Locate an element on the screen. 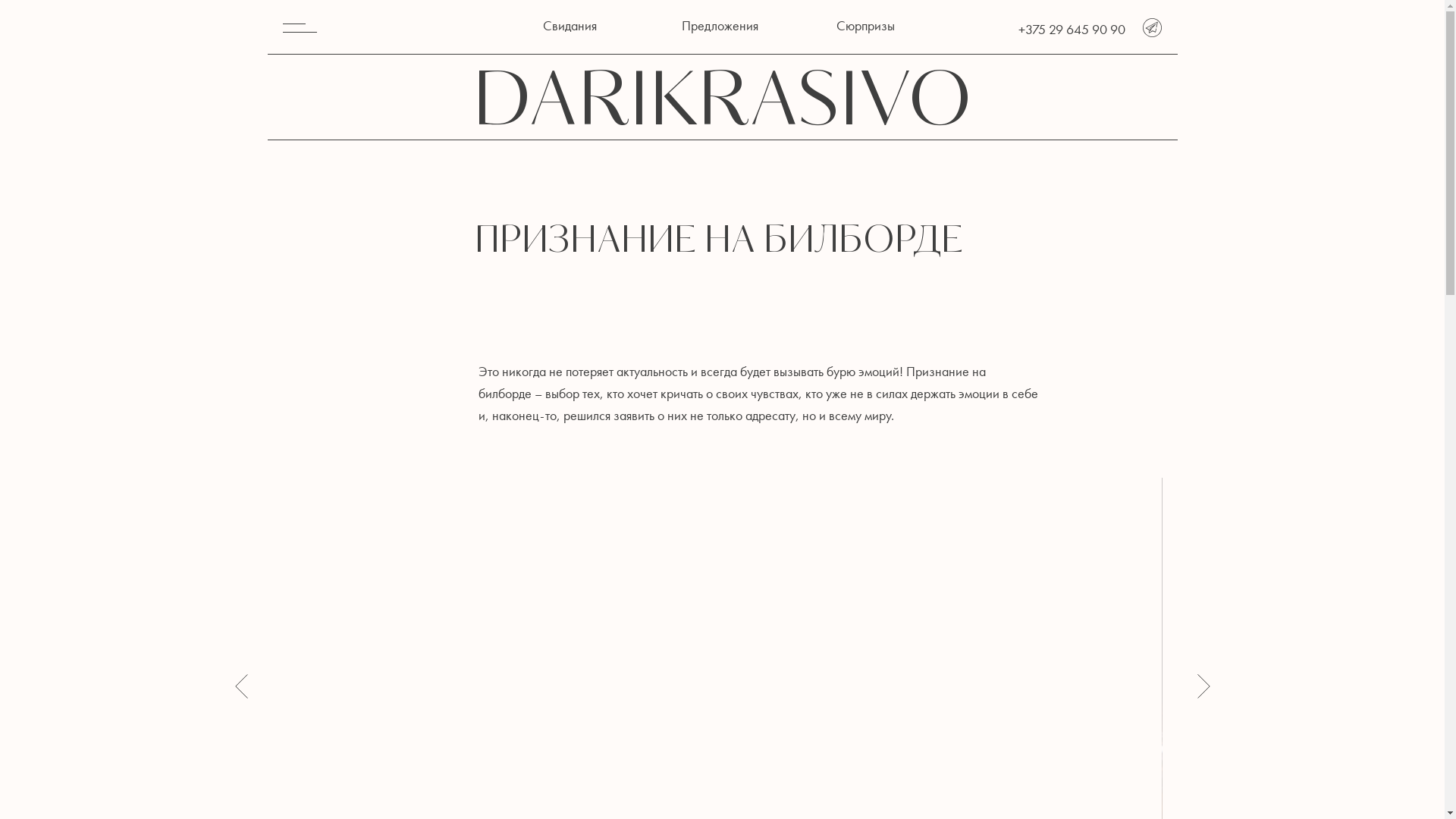  '+375 29 645 90 90' is located at coordinates (1070, 29).